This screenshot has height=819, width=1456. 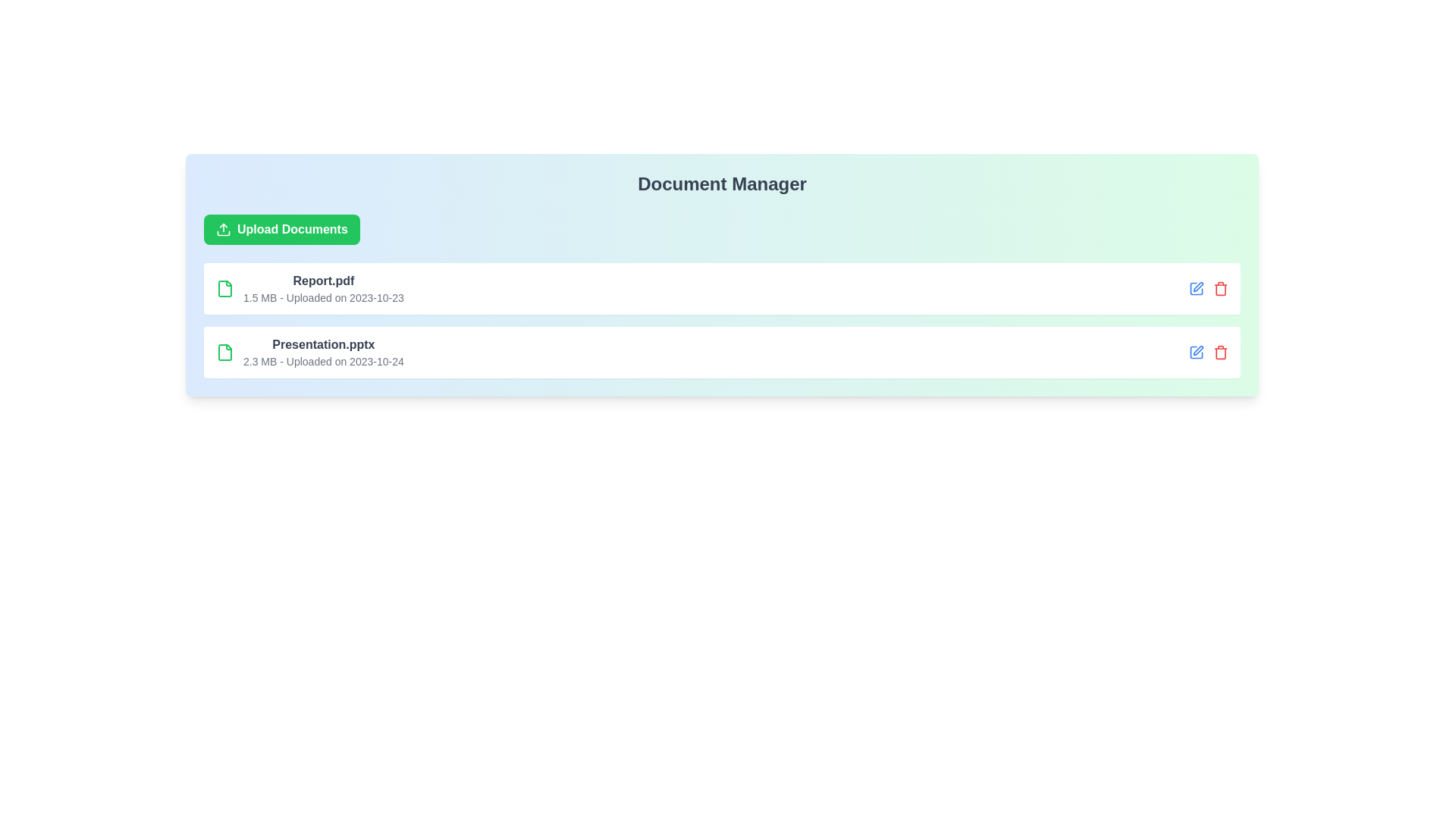 I want to click on the text label that displays the name of the uploaded file, which is located at the top-left corner of its card structure, so click(x=322, y=281).